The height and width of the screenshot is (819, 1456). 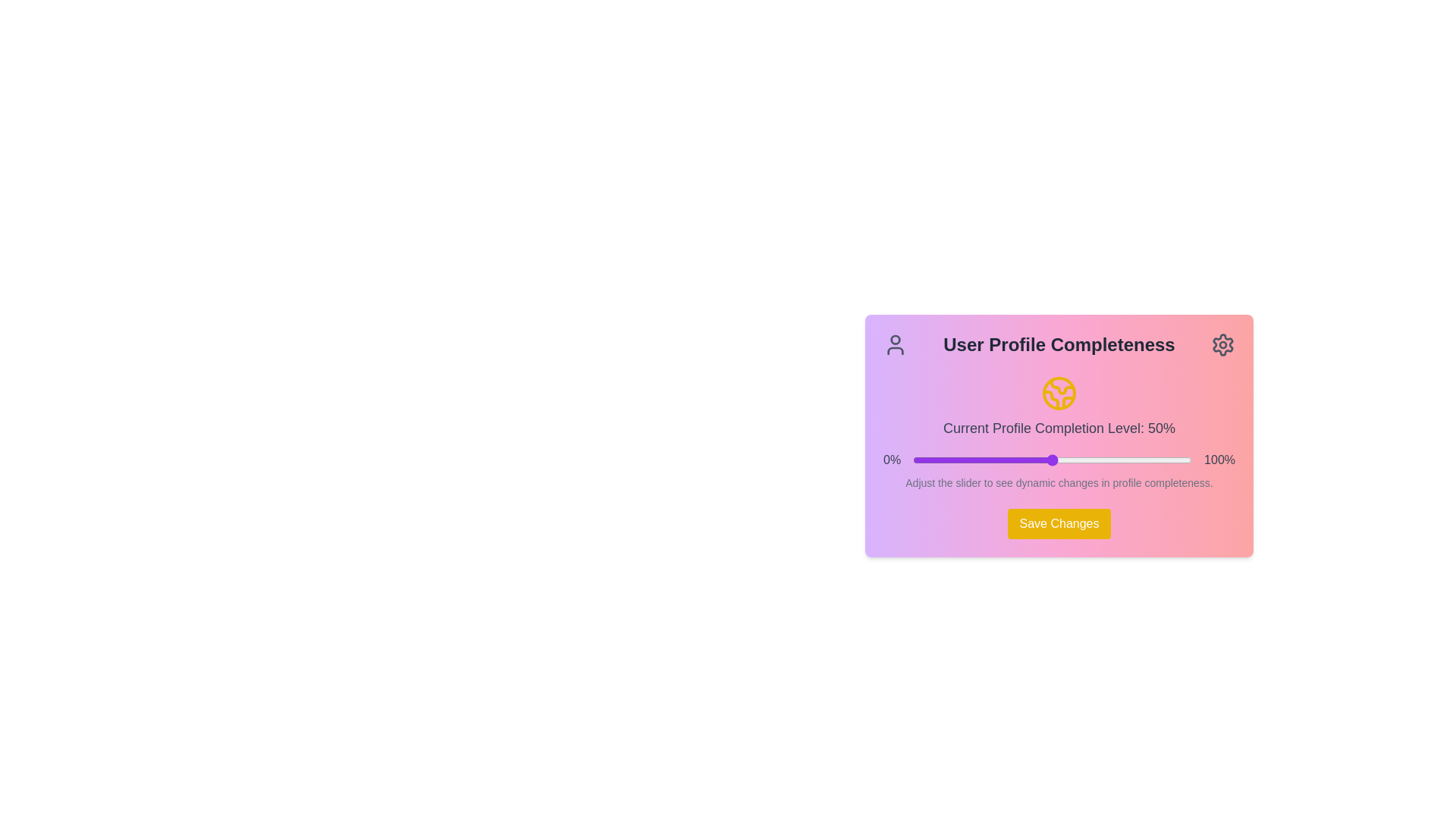 What do you see at coordinates (1058, 393) in the screenshot?
I see `the circular globe icon with yellow stroke lines that represents the user's profile completion level, located above the text 'Current Profile Completion Level: 50%'` at bounding box center [1058, 393].